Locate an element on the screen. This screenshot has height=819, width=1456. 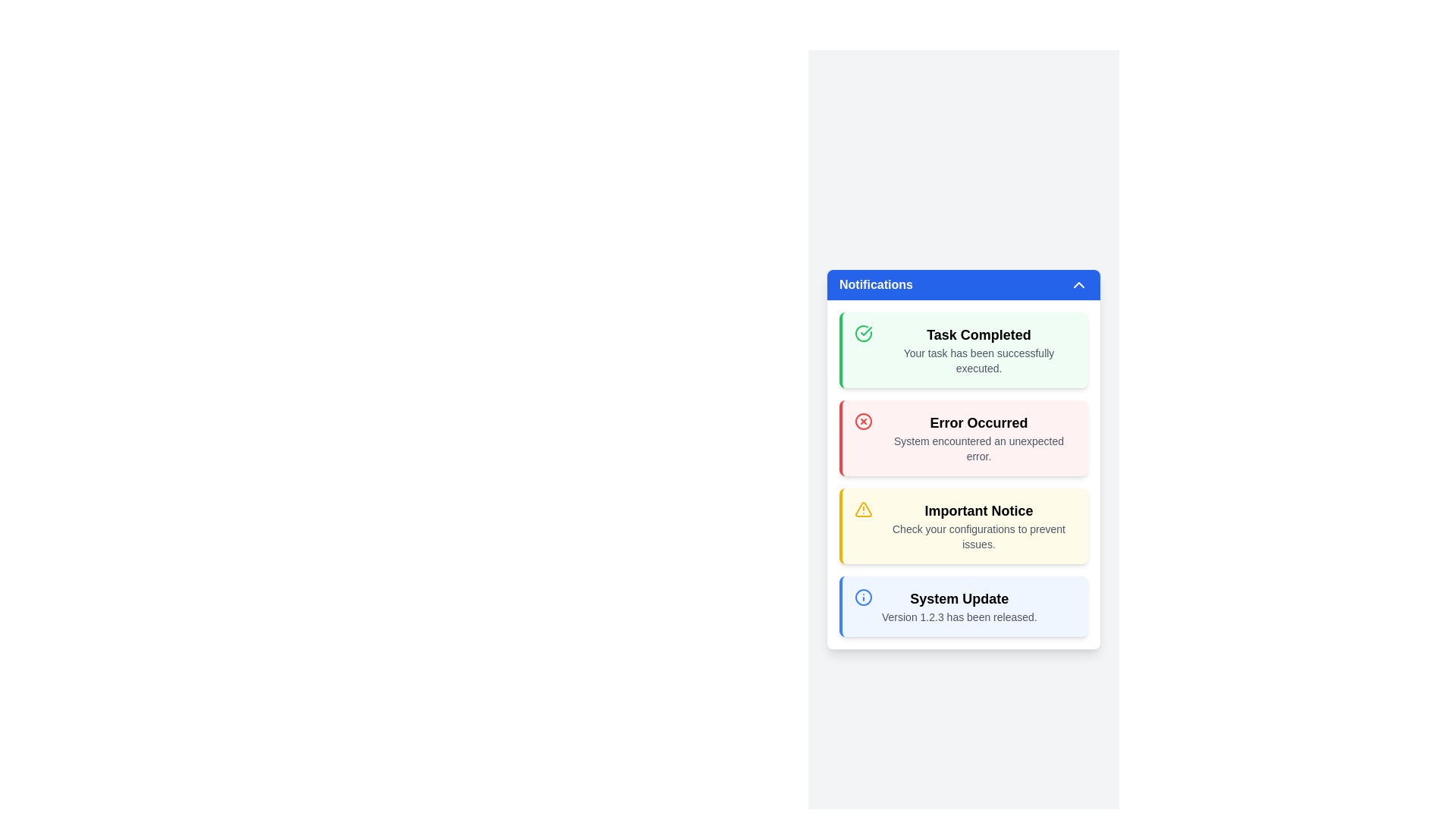
the circular icon with a thin blue outline and light blue fill, which is part of the 'System Update' notification at the bottom of the list is located at coordinates (863, 596).